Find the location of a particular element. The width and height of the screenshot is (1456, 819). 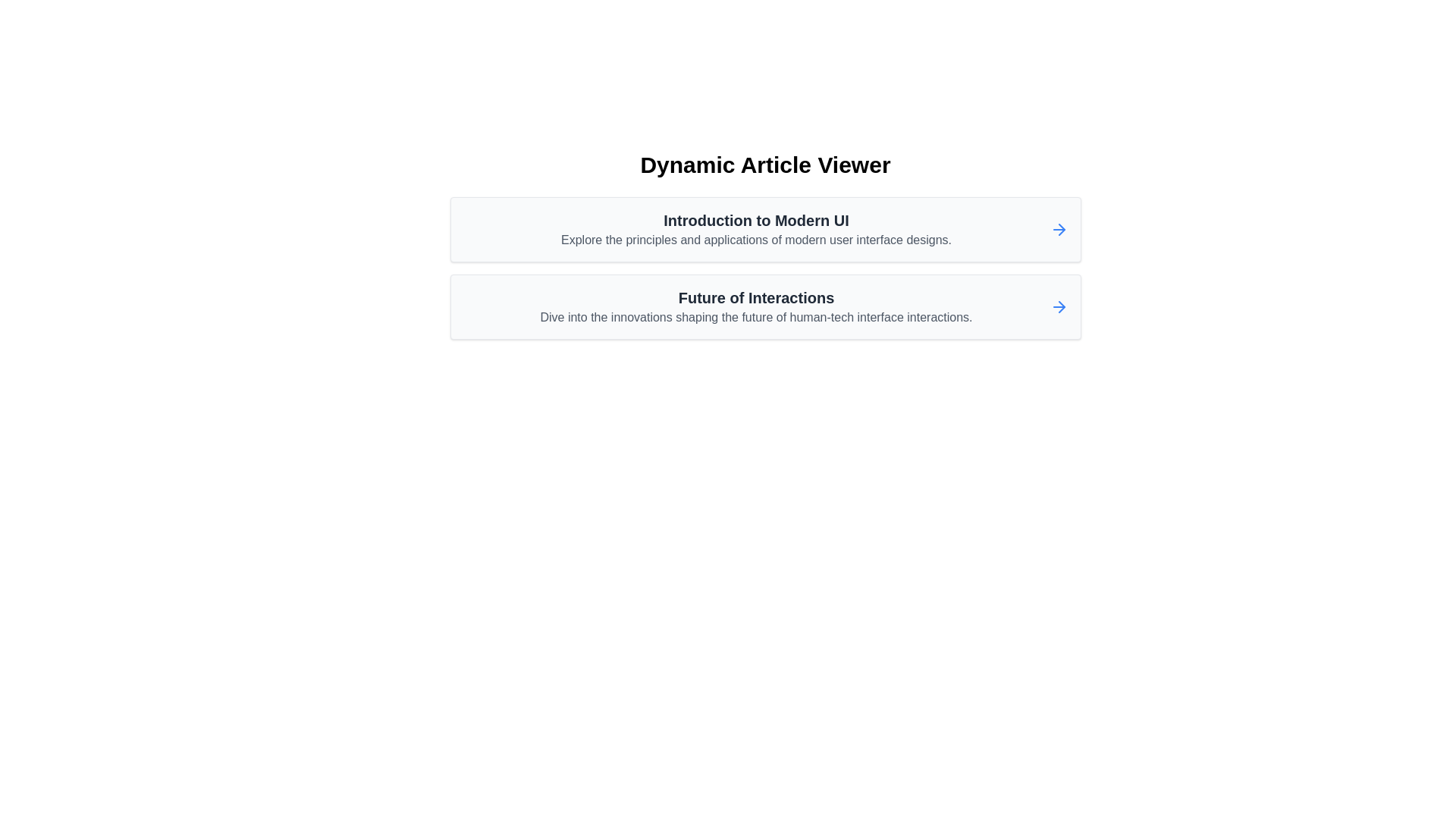

the right-pointing arrow icon styled in blue, located on the right side of the first content item titled 'Introduction to Modern UI' is located at coordinates (1061, 230).